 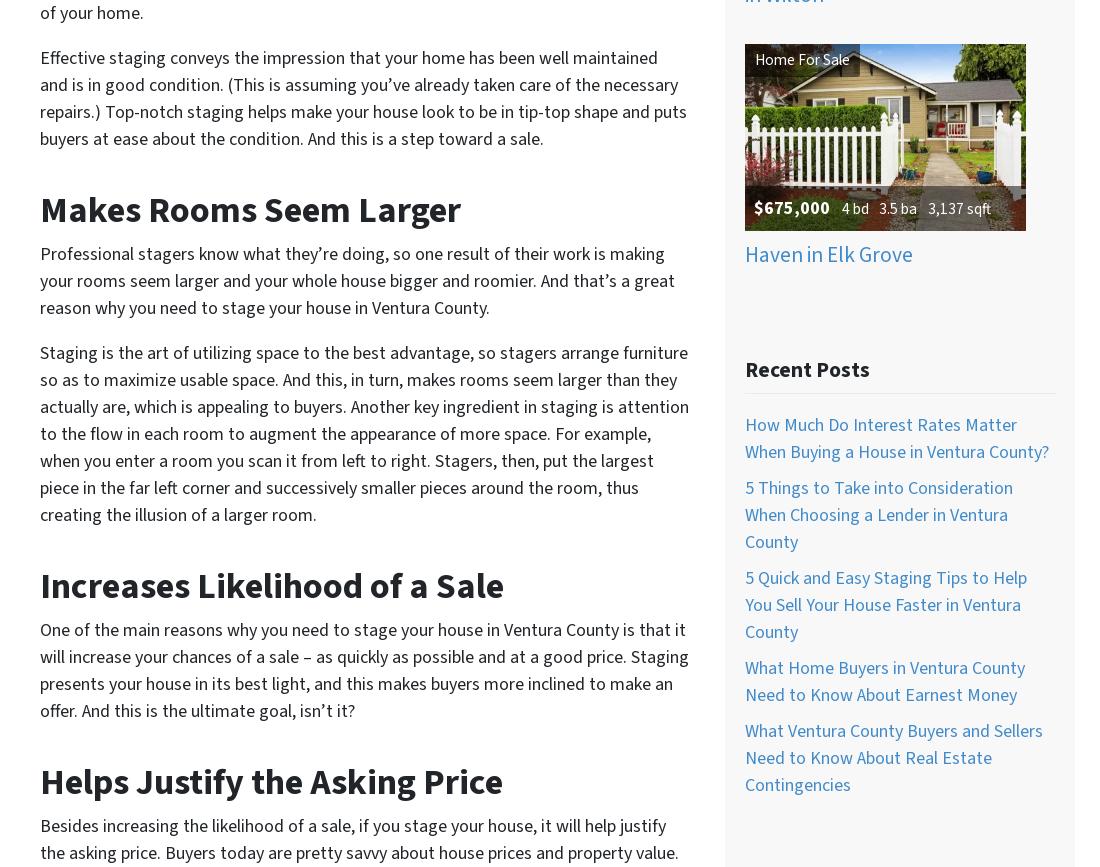 I want to click on 'Real Estate Agents In Fillmore, California', so click(x=23, y=484).